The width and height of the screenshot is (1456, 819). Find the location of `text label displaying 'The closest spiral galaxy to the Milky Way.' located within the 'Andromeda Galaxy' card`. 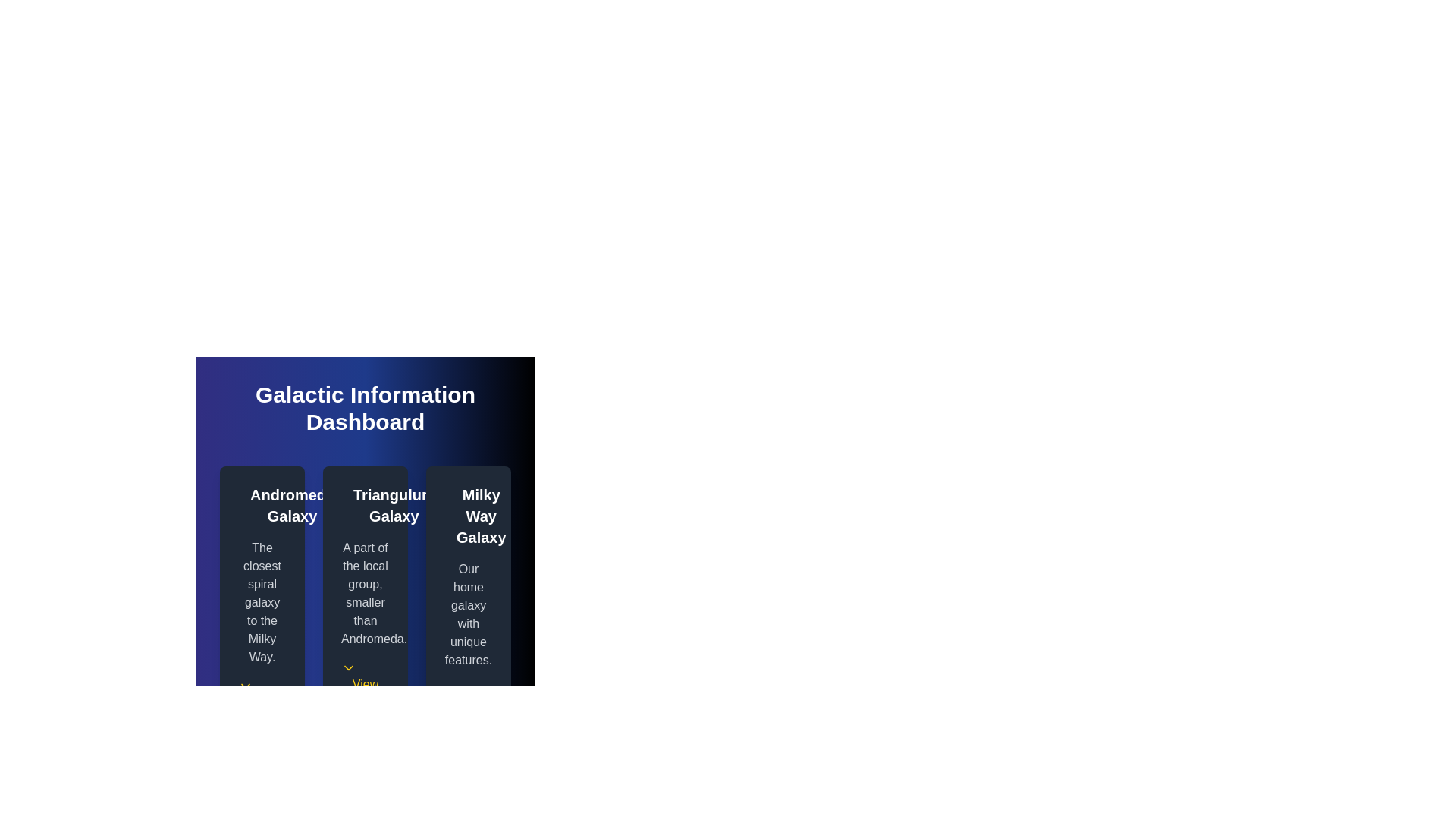

text label displaying 'The closest spiral galaxy to the Milky Way.' located within the 'Andromeda Galaxy' card is located at coordinates (262, 601).